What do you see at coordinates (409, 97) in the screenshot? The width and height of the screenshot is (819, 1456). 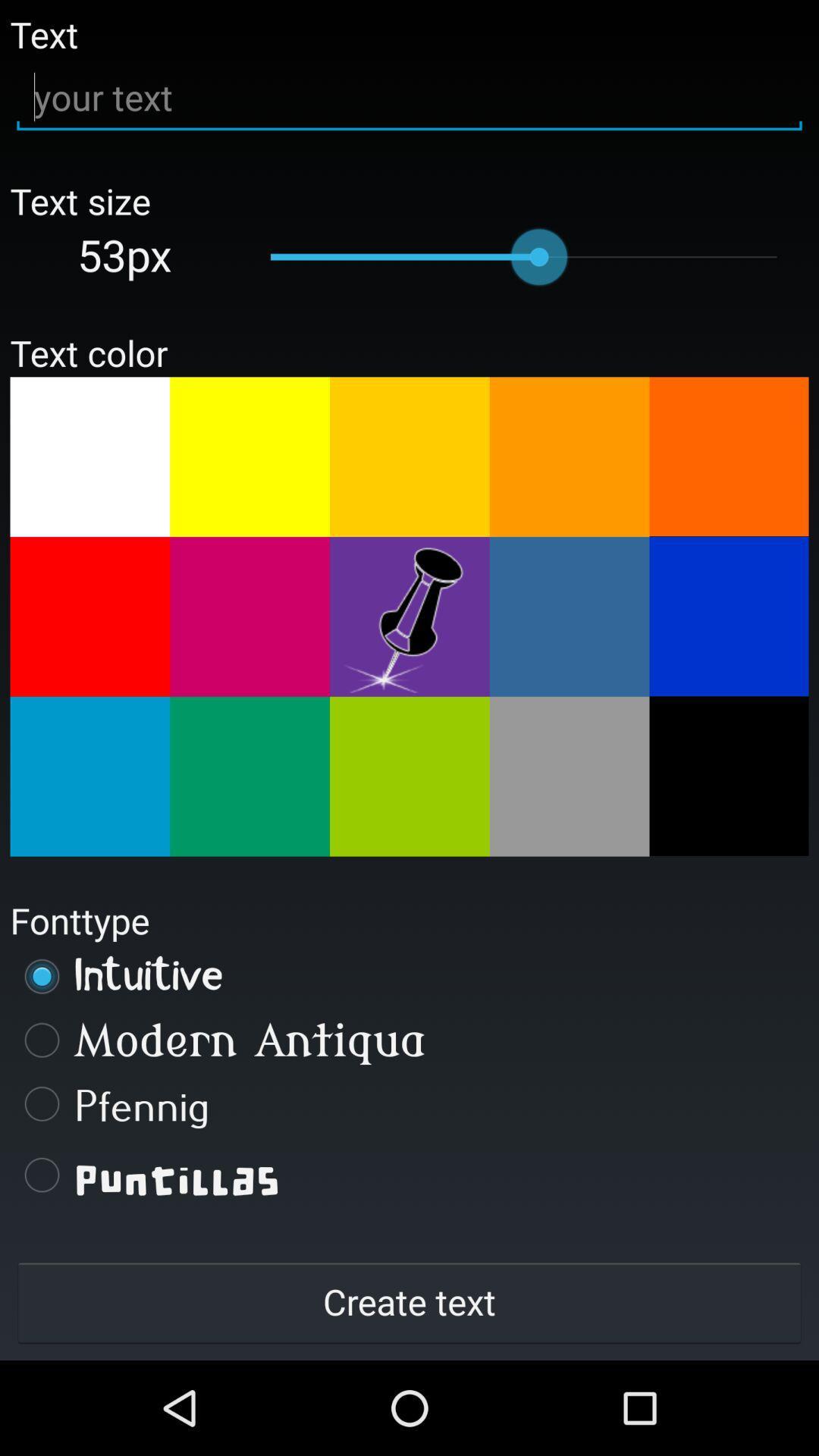 I see `your input text here` at bounding box center [409, 97].